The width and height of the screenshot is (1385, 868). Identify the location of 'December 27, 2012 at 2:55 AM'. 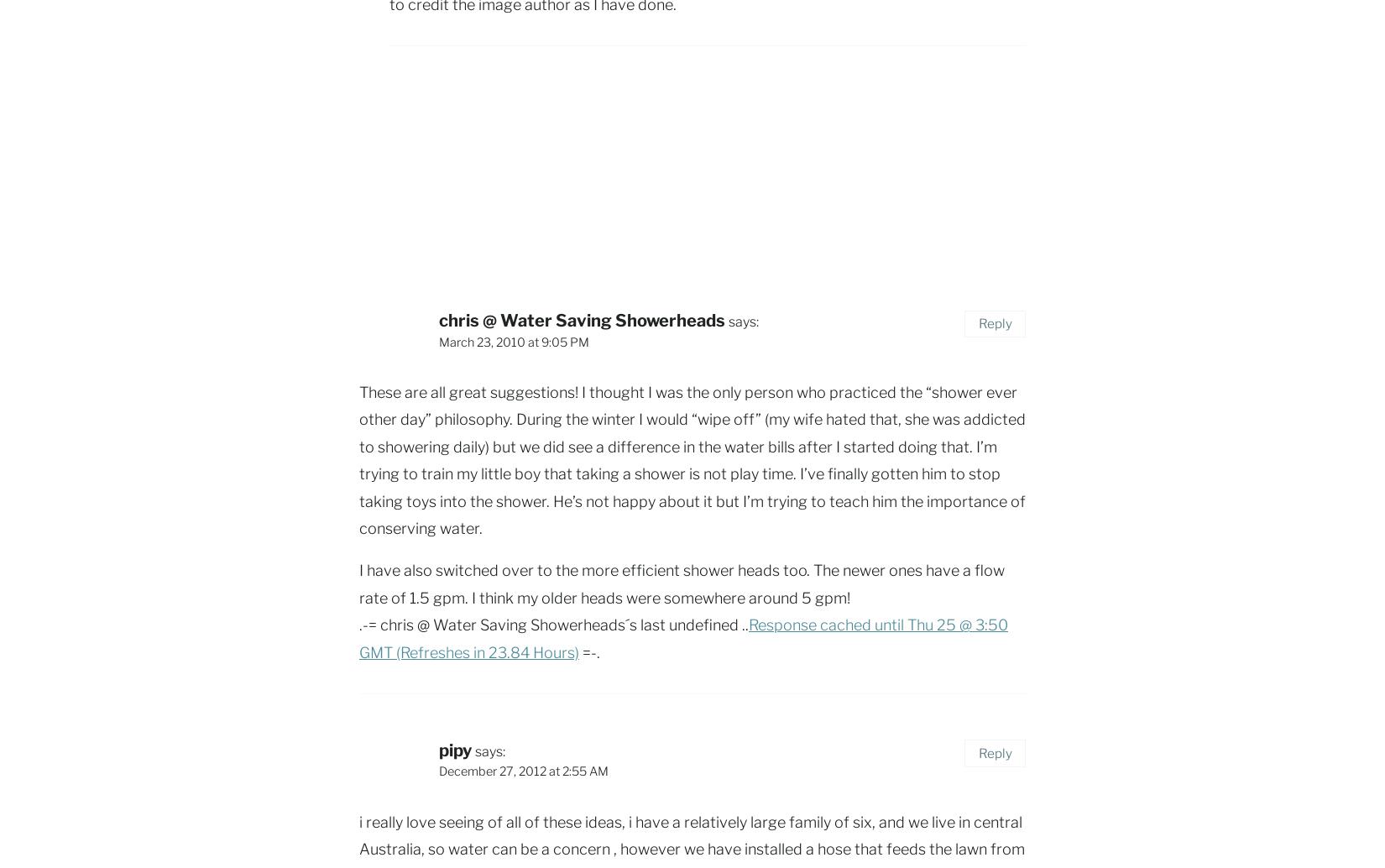
(523, 771).